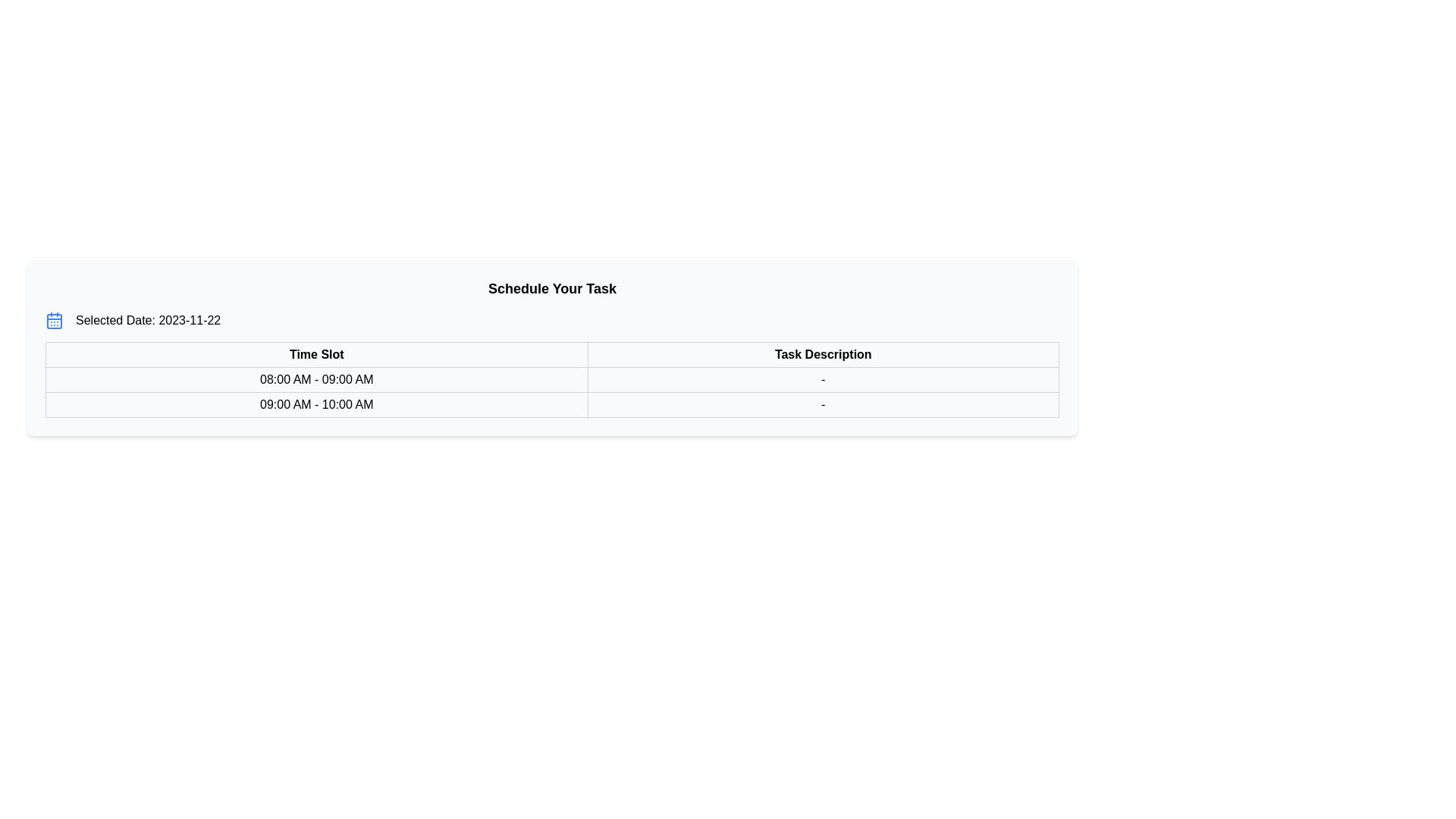 The width and height of the screenshot is (1456, 819). What do you see at coordinates (55, 321) in the screenshot?
I see `the calendar icon, which is a rounded rectangle with blue edges and a white fill, located next to the 'Selected Date' label` at bounding box center [55, 321].